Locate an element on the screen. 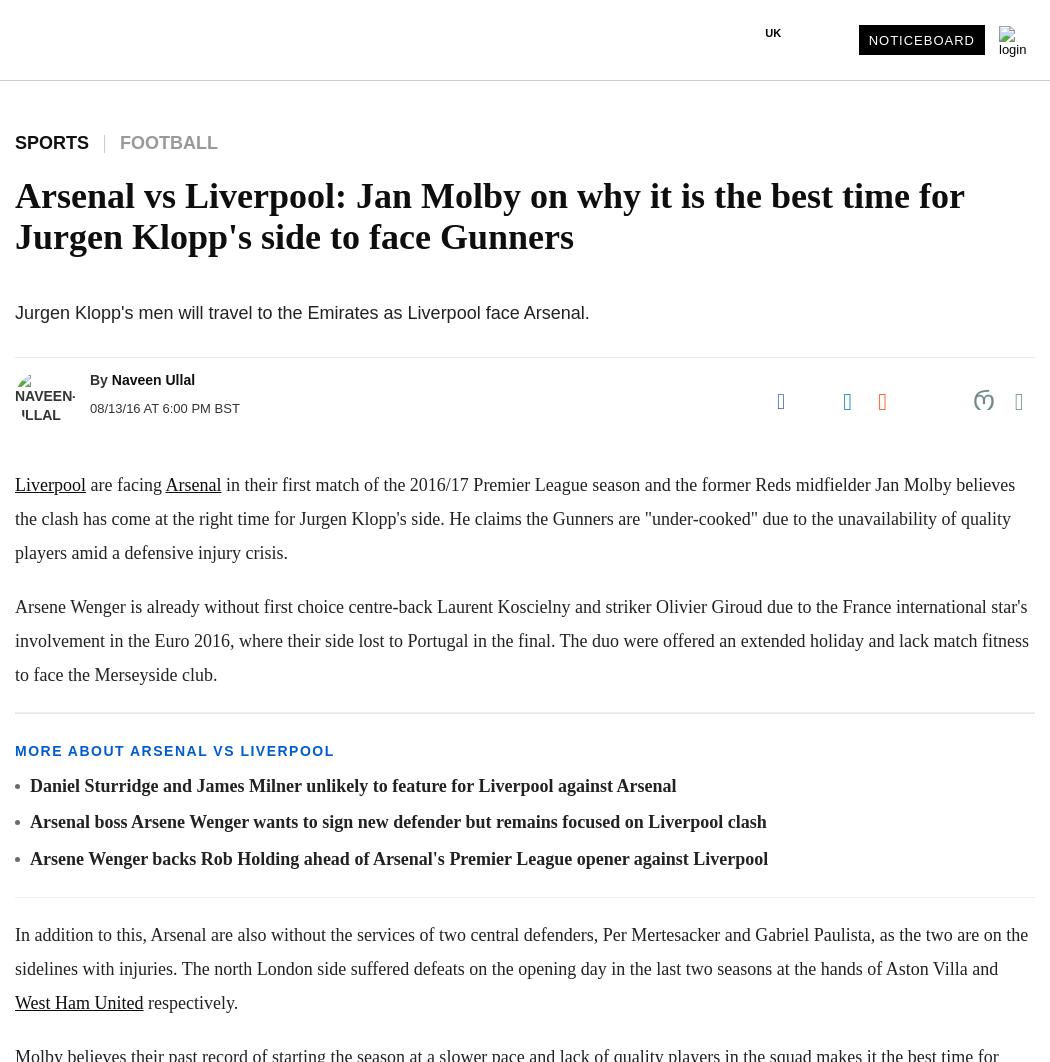 Image resolution: width=1050 pixels, height=1062 pixels. 'Arsenal vs Liverpool: Jan Molby on why it is the best time for Jurgen Klopp's side to face Gunners' is located at coordinates (488, 216).